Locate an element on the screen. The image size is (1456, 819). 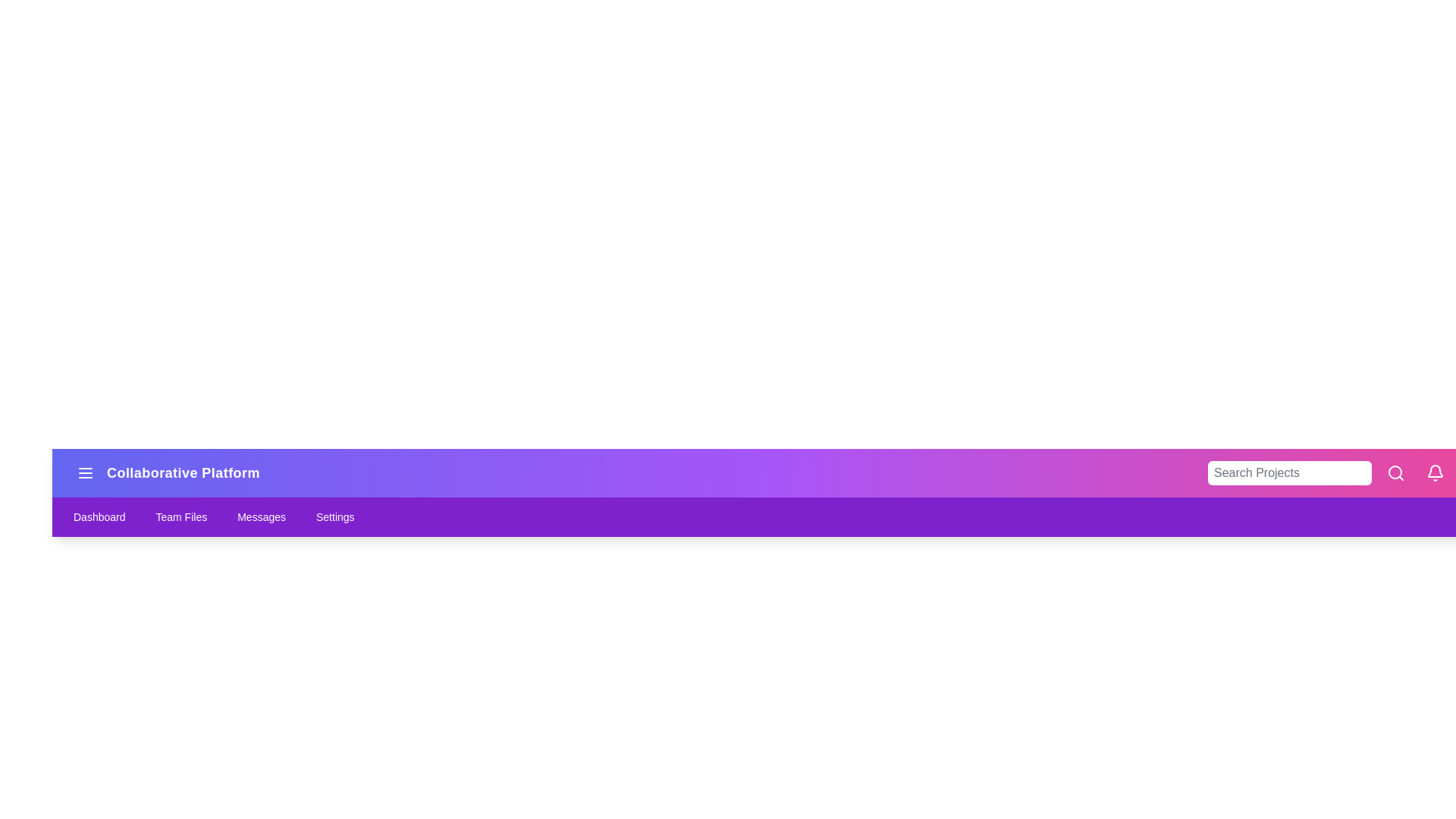
the 'Dashboard' button, which is a rectangular button with a purple background and white text, located first among the navigation buttons in the header is located at coordinates (99, 516).